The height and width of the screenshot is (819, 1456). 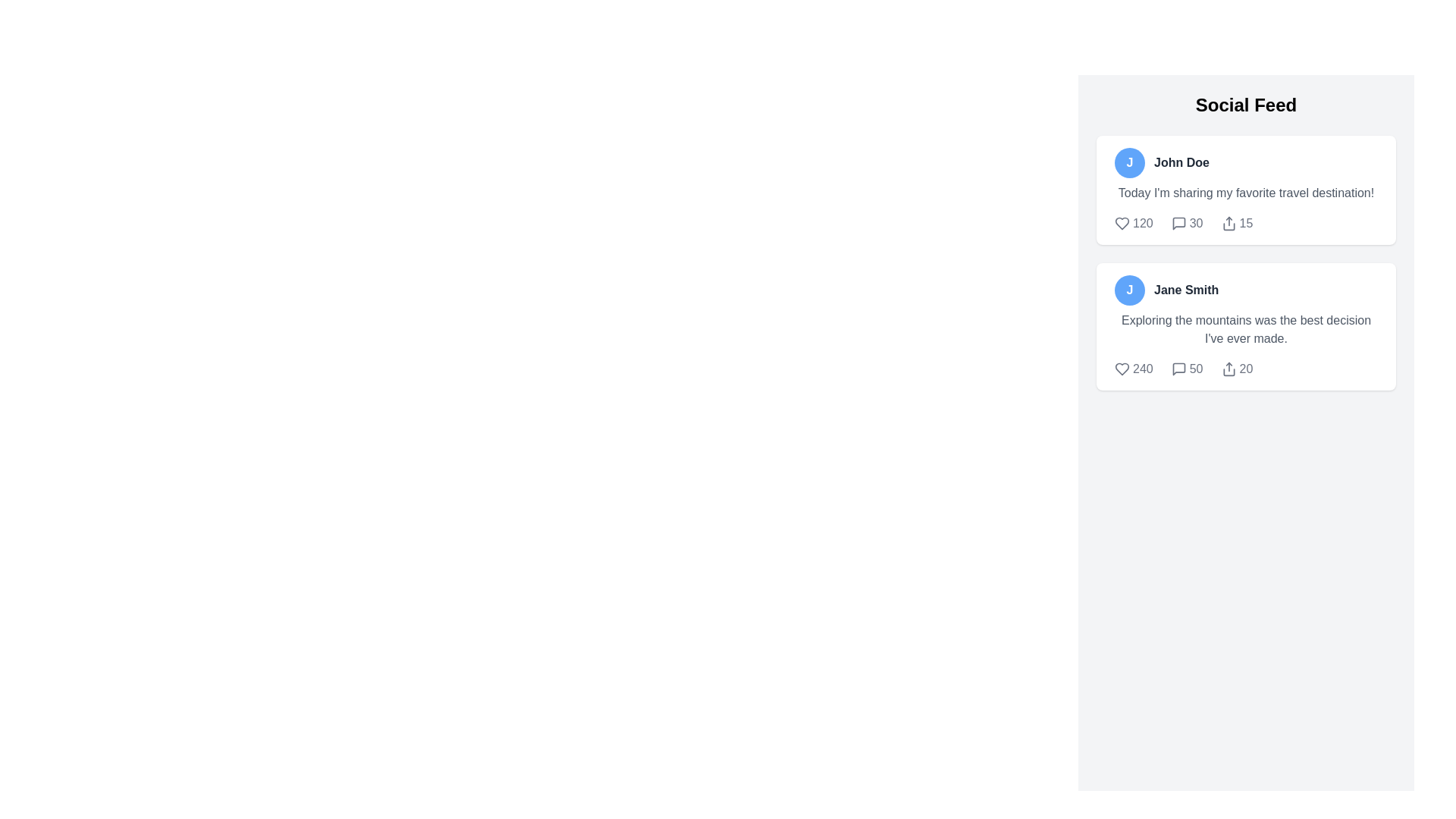 I want to click on displayed value showing the count of likes for the post by 'John Doe', located to the right of the heart-like icon, so click(x=1143, y=223).